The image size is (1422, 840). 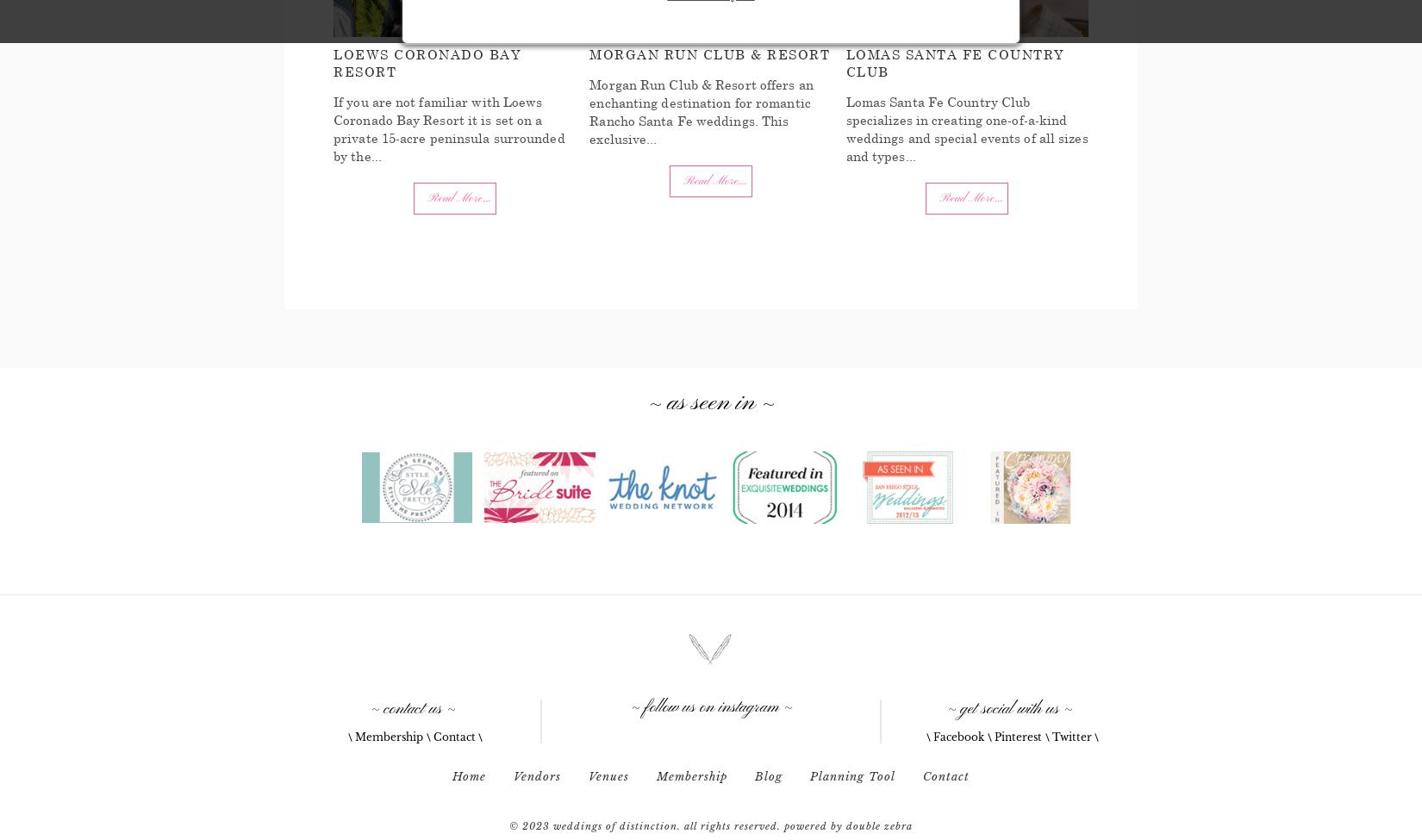 I want to click on 'Morgan Run Club & Resort', so click(x=708, y=53).